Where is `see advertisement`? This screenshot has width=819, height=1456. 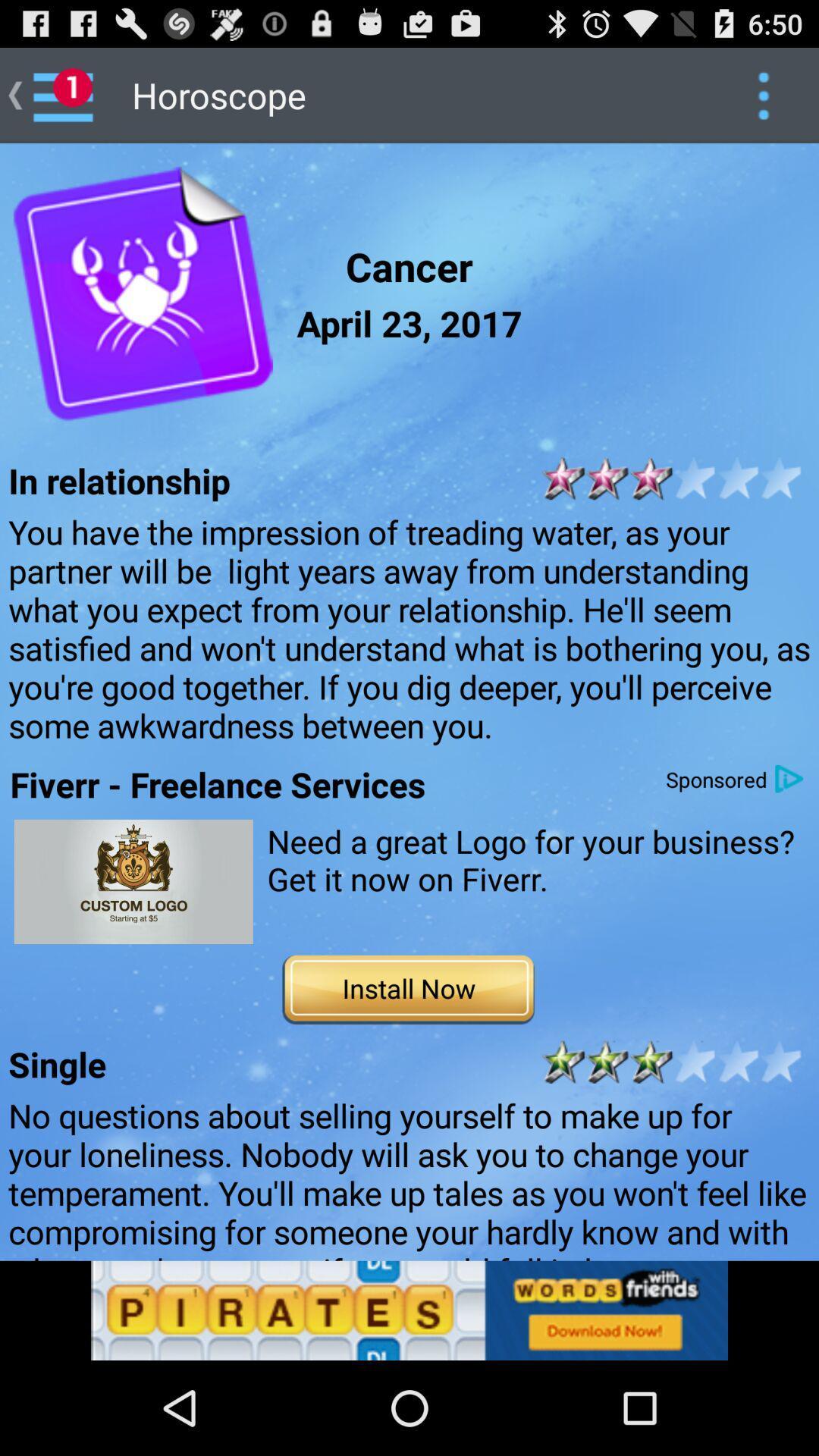 see advertisement is located at coordinates (133, 881).